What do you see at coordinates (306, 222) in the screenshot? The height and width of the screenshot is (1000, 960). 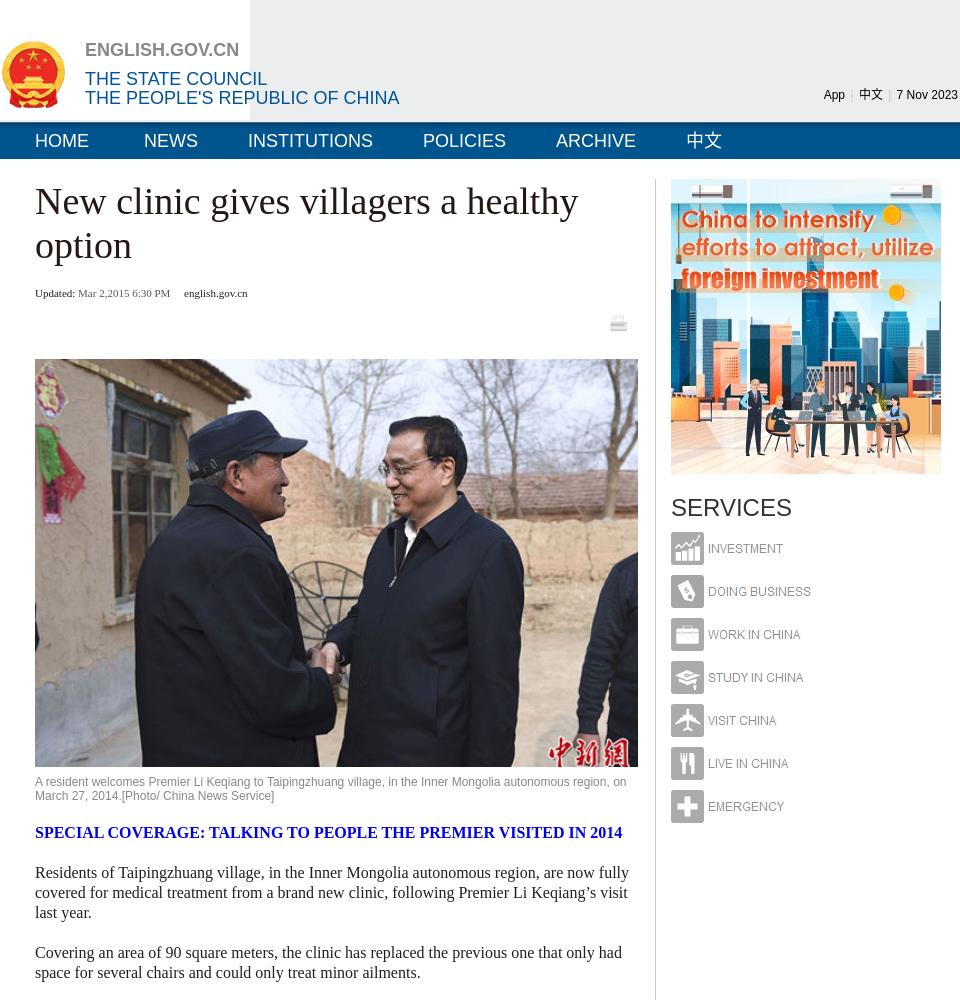 I see `'New clinic gives villagers a healthy option'` at bounding box center [306, 222].